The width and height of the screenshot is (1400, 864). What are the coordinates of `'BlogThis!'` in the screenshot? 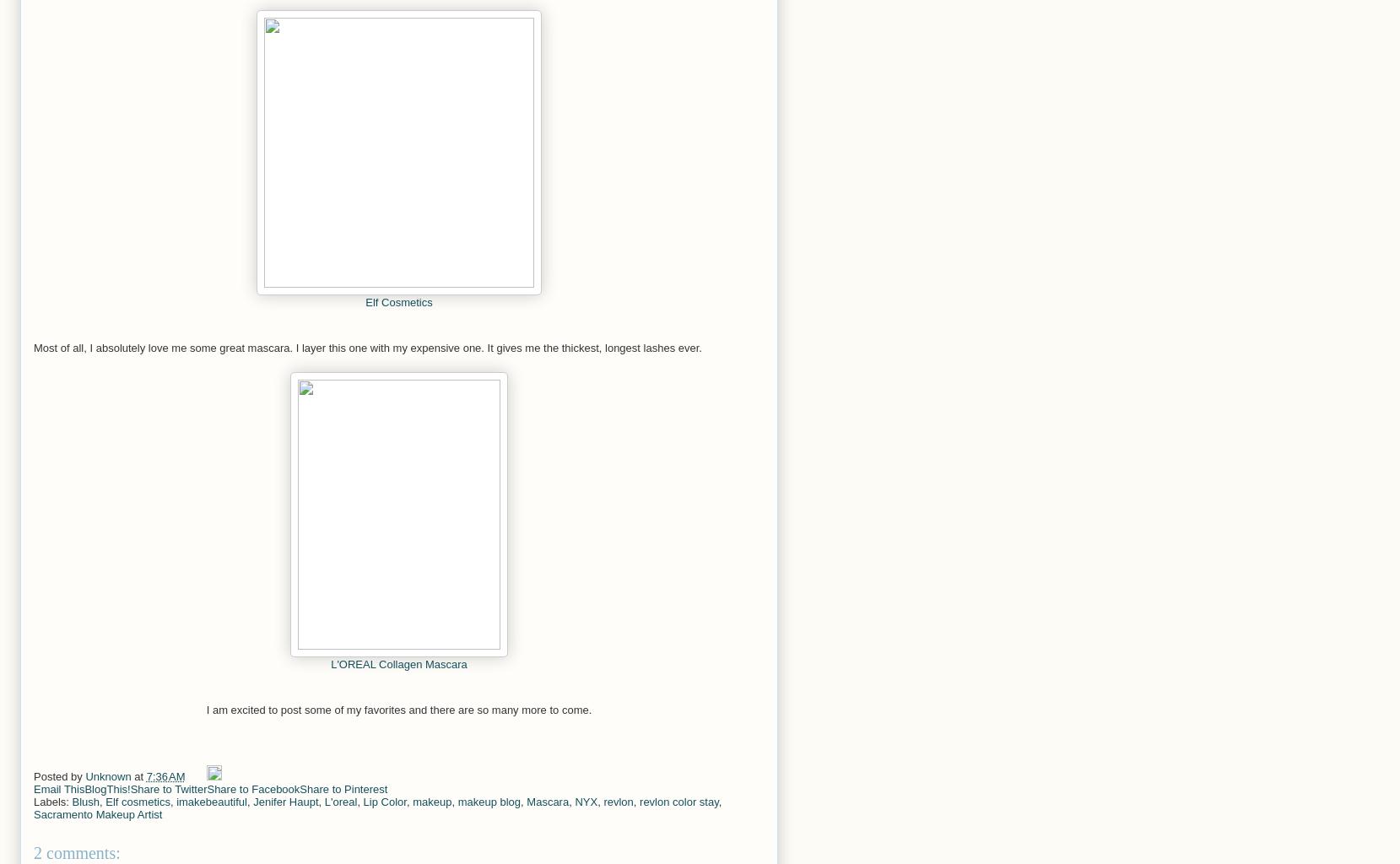 It's located at (107, 788).